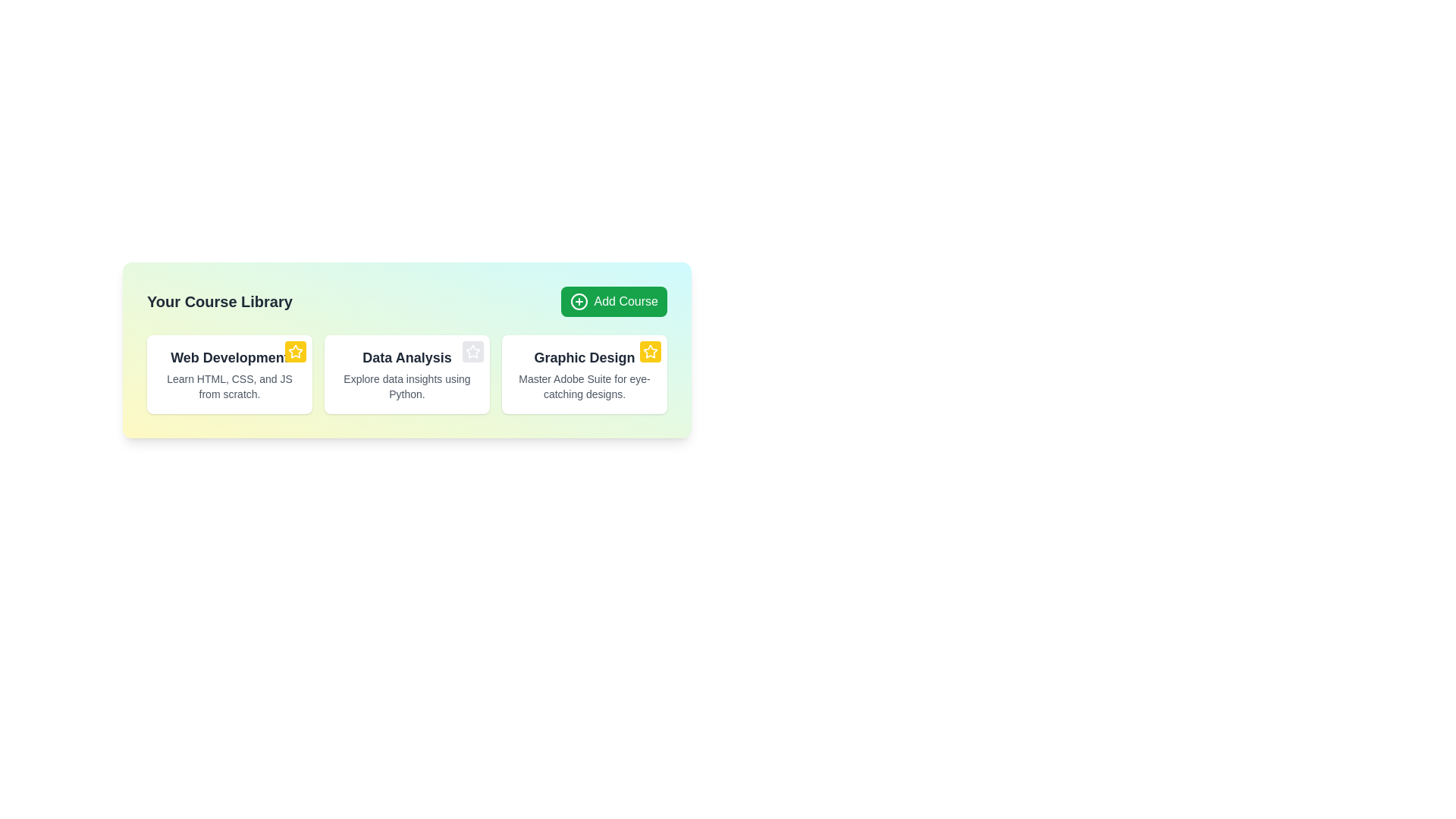  Describe the element at coordinates (472, 351) in the screenshot. I see `the small, rounded button with a light gray background located in the top-right corner of the 'Data Analysis' card to interact with it` at that location.